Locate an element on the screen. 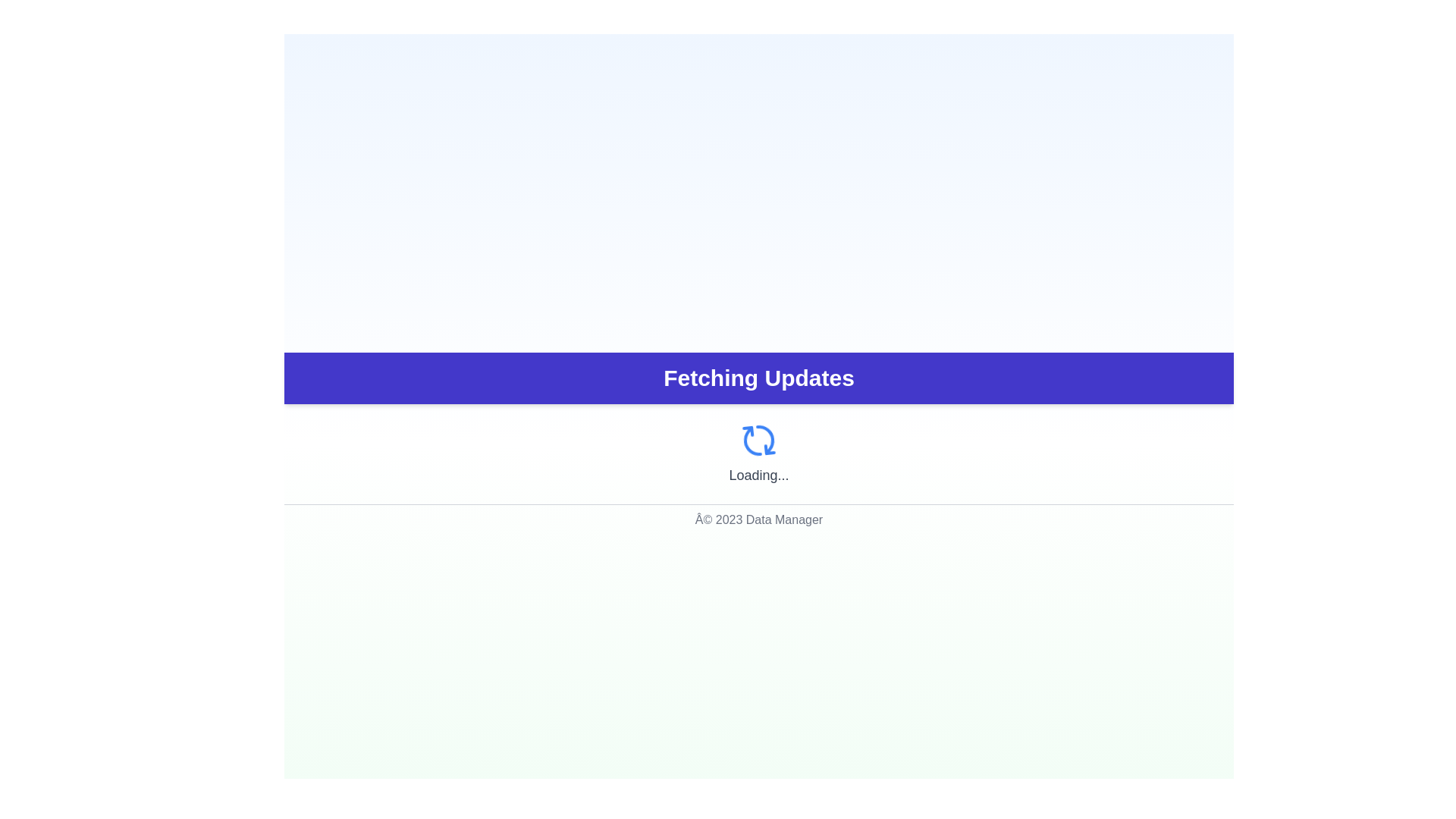  the loading indicator, which is centrally aligned below the blue header bar that says 'Fetching Updates' is located at coordinates (758, 453).